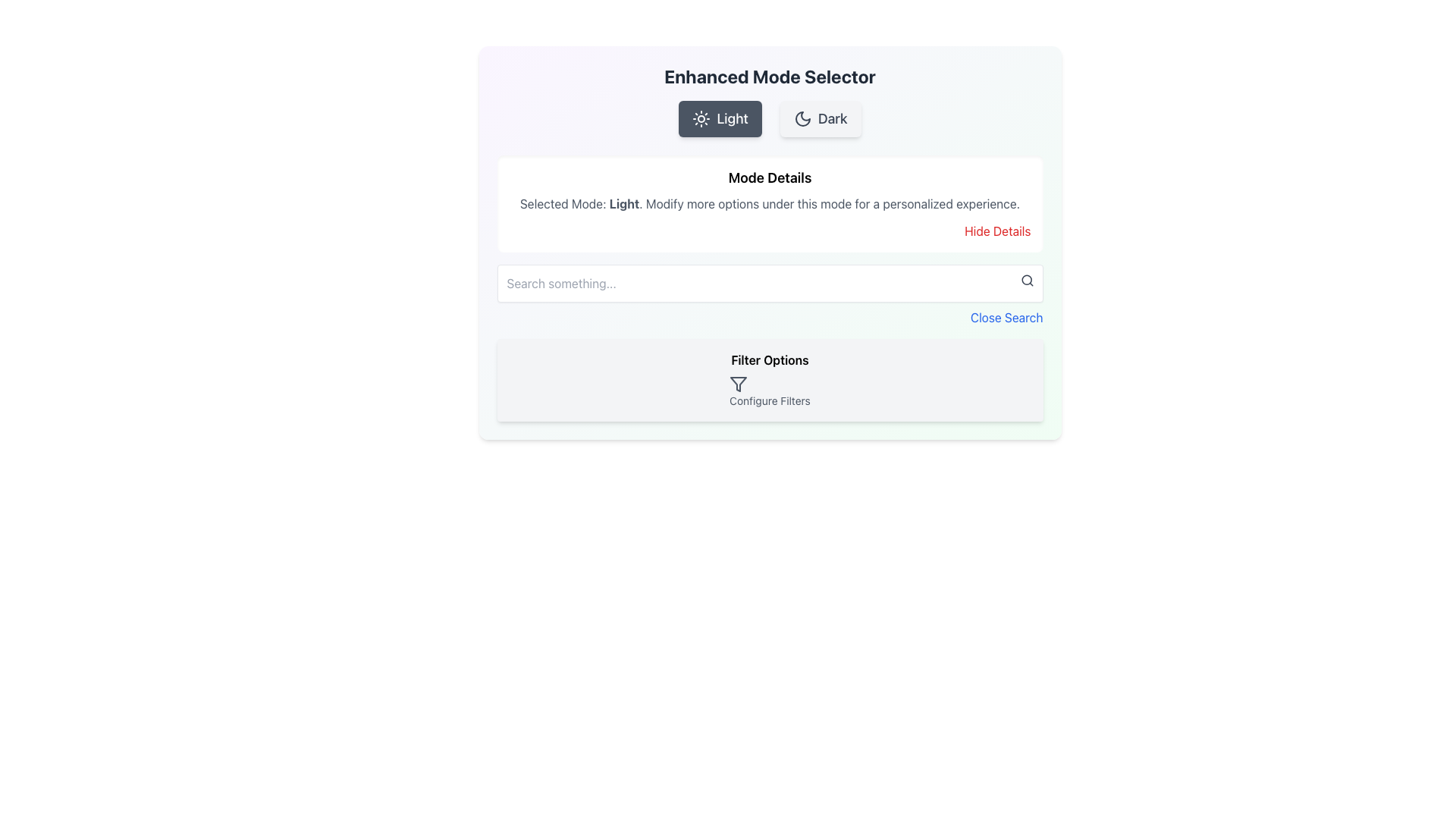 Image resolution: width=1456 pixels, height=819 pixels. What do you see at coordinates (770, 391) in the screenshot?
I see `the text link labeled 'Filter Options' to potentially see a tooltip` at bounding box center [770, 391].